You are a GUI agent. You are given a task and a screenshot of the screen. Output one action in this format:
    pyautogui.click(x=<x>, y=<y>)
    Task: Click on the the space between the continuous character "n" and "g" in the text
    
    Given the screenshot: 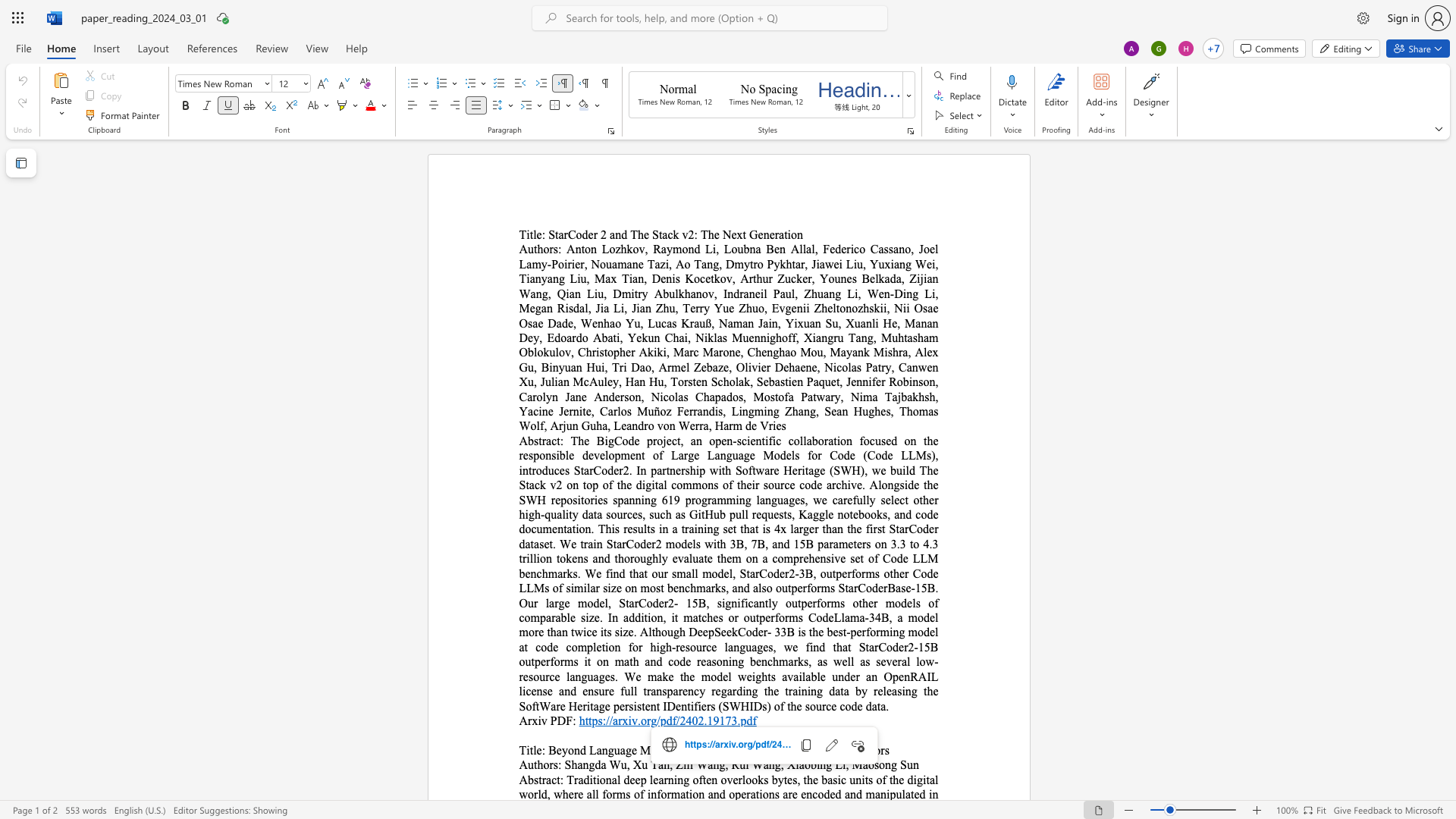 What is the action you would take?
    pyautogui.click(x=825, y=764)
    